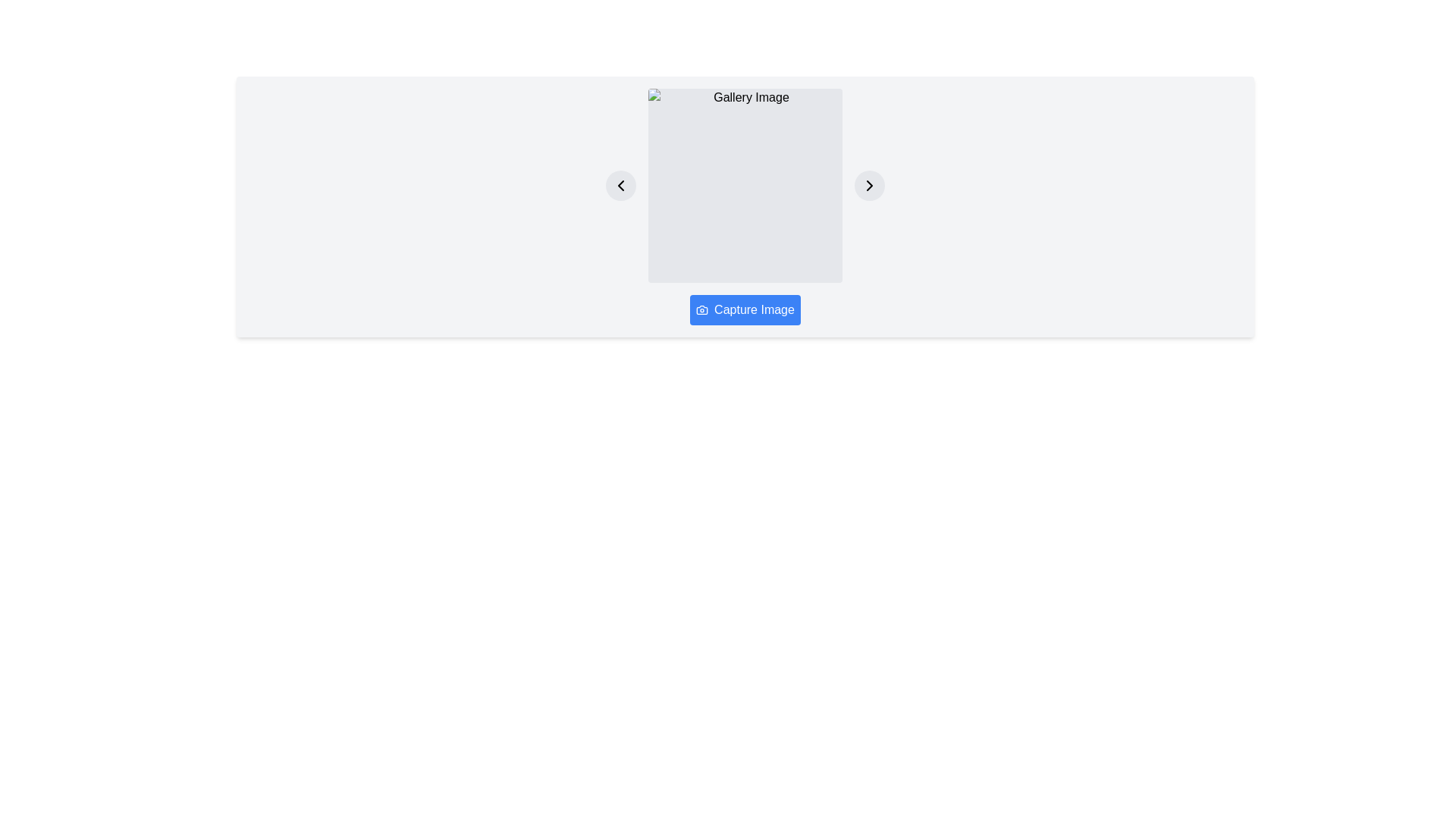 The height and width of the screenshot is (819, 1456). What do you see at coordinates (701, 309) in the screenshot?
I see `the SVG camera icon located towards the upper portion of the interface, to the left of the 'Capture Image' button` at bounding box center [701, 309].